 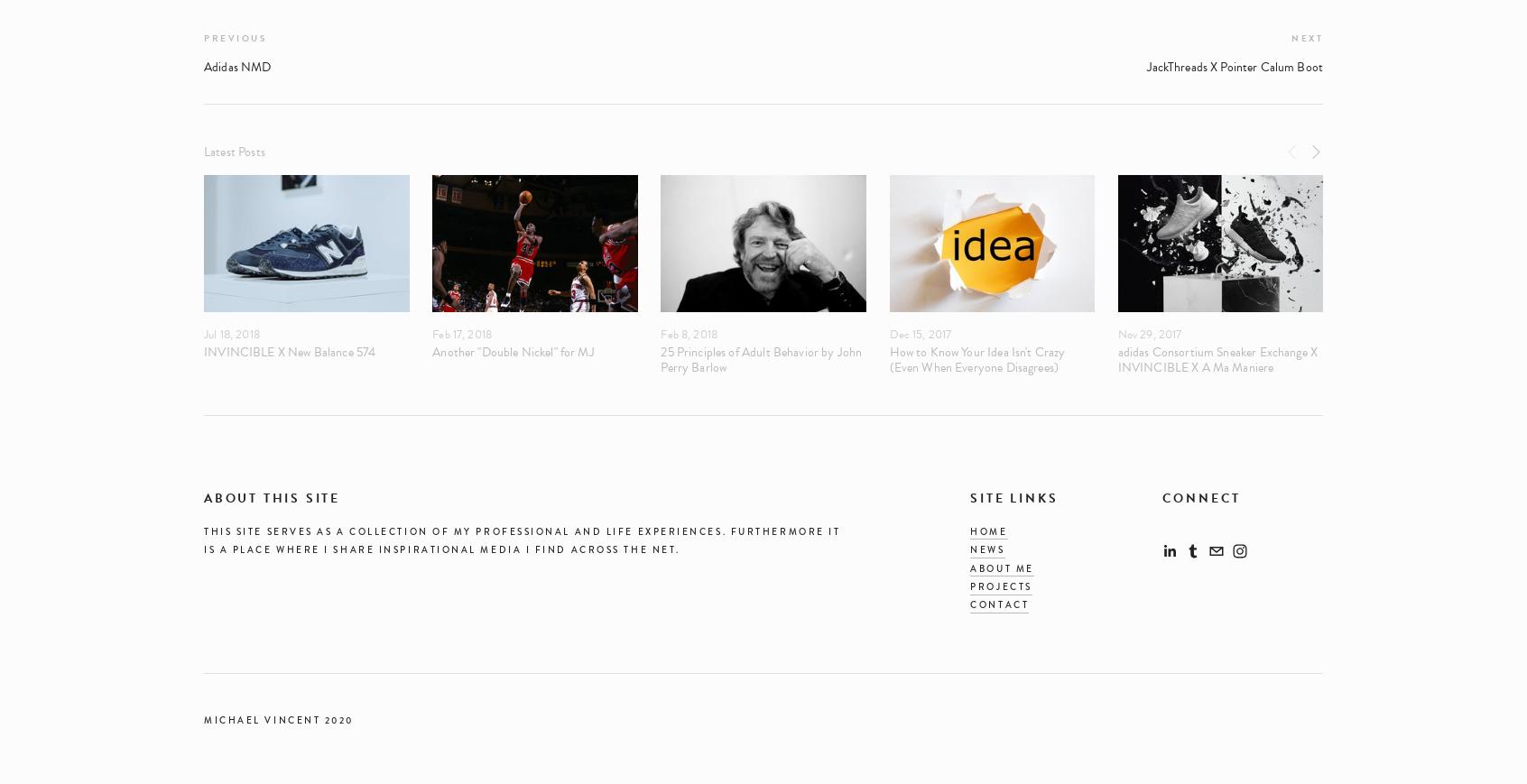 What do you see at coordinates (1001, 567) in the screenshot?
I see `'about me'` at bounding box center [1001, 567].